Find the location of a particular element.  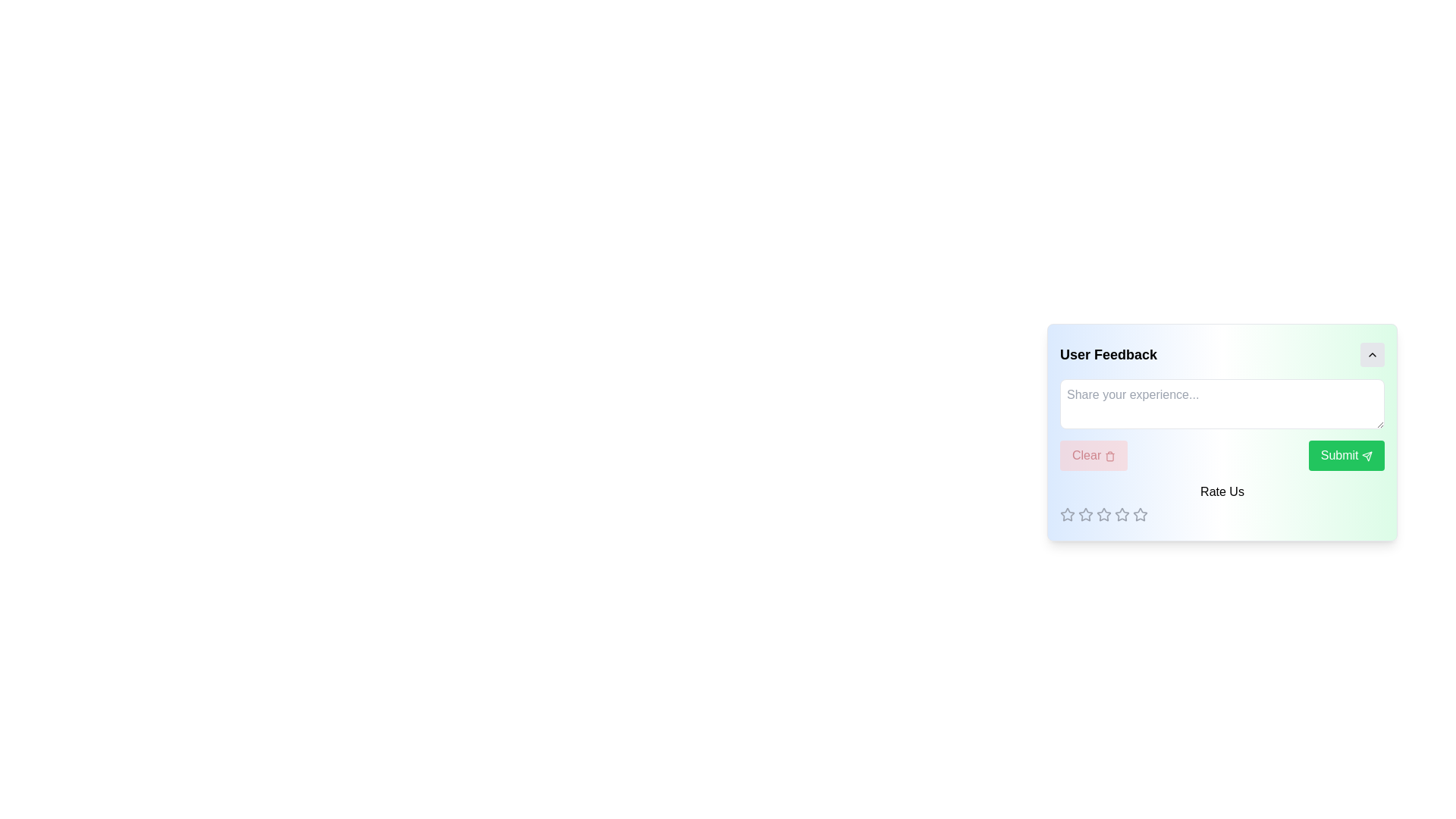

the sixth interactive rating star icon, which is styled with soft gray coloring in the feedback section is located at coordinates (1122, 513).